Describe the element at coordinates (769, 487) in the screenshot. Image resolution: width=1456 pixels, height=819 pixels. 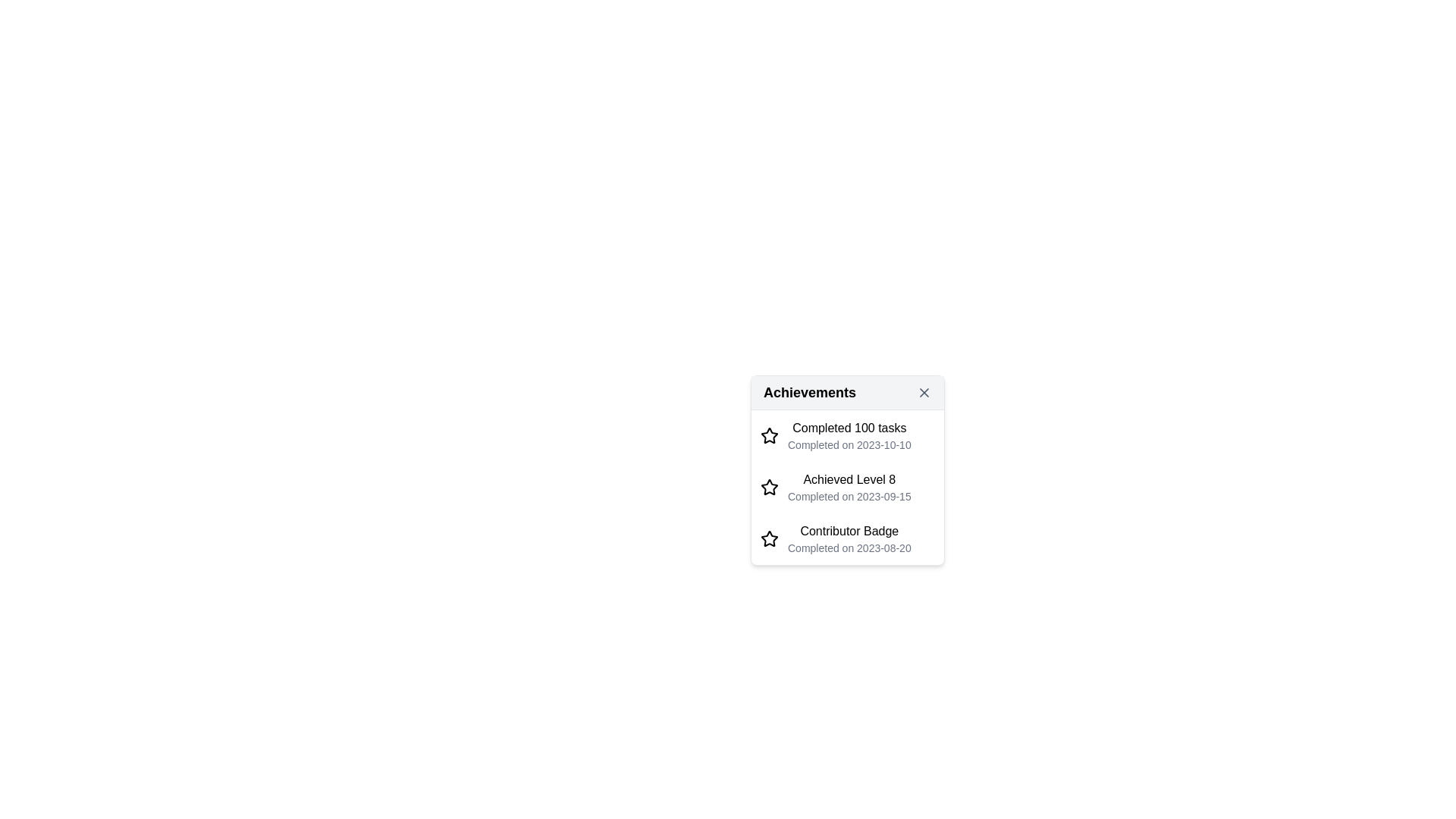
I see `the achievement icon representing 'Level 8' located near the left edge of the 'Achieved Level 8' section` at that location.